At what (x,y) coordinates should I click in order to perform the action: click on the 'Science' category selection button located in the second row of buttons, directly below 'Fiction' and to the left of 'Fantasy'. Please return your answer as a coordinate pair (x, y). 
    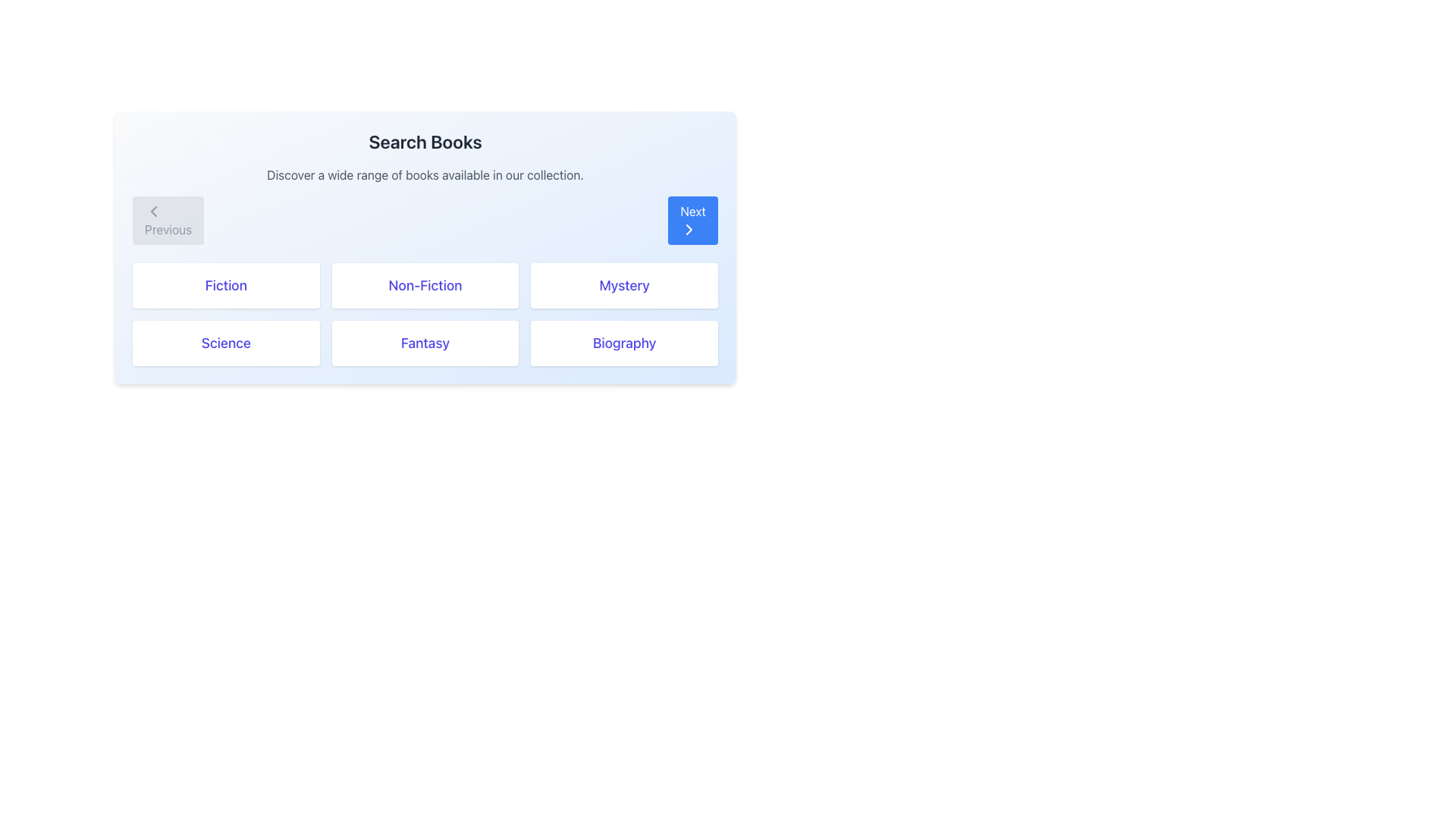
    Looking at the image, I should click on (224, 343).